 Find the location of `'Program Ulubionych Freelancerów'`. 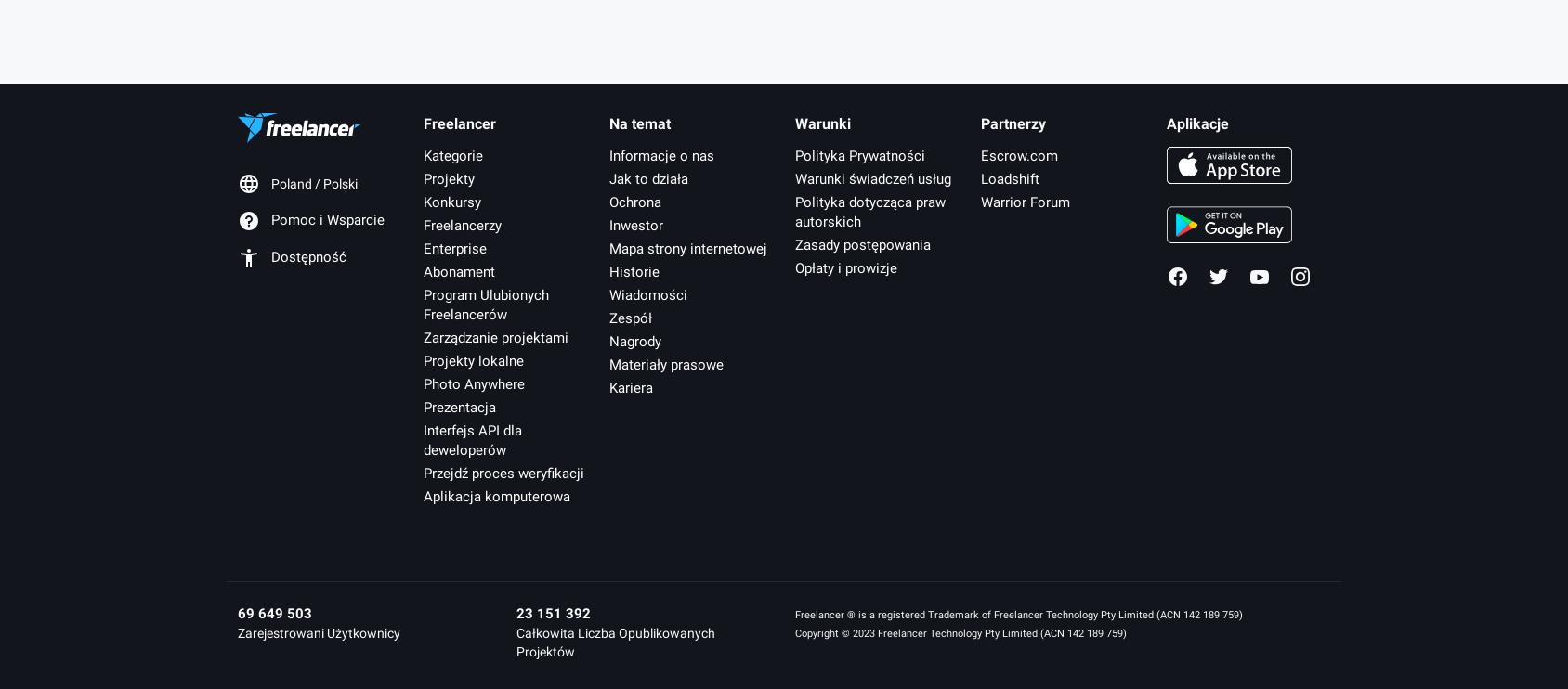

'Program Ulubionych Freelancerów' is located at coordinates (485, 303).